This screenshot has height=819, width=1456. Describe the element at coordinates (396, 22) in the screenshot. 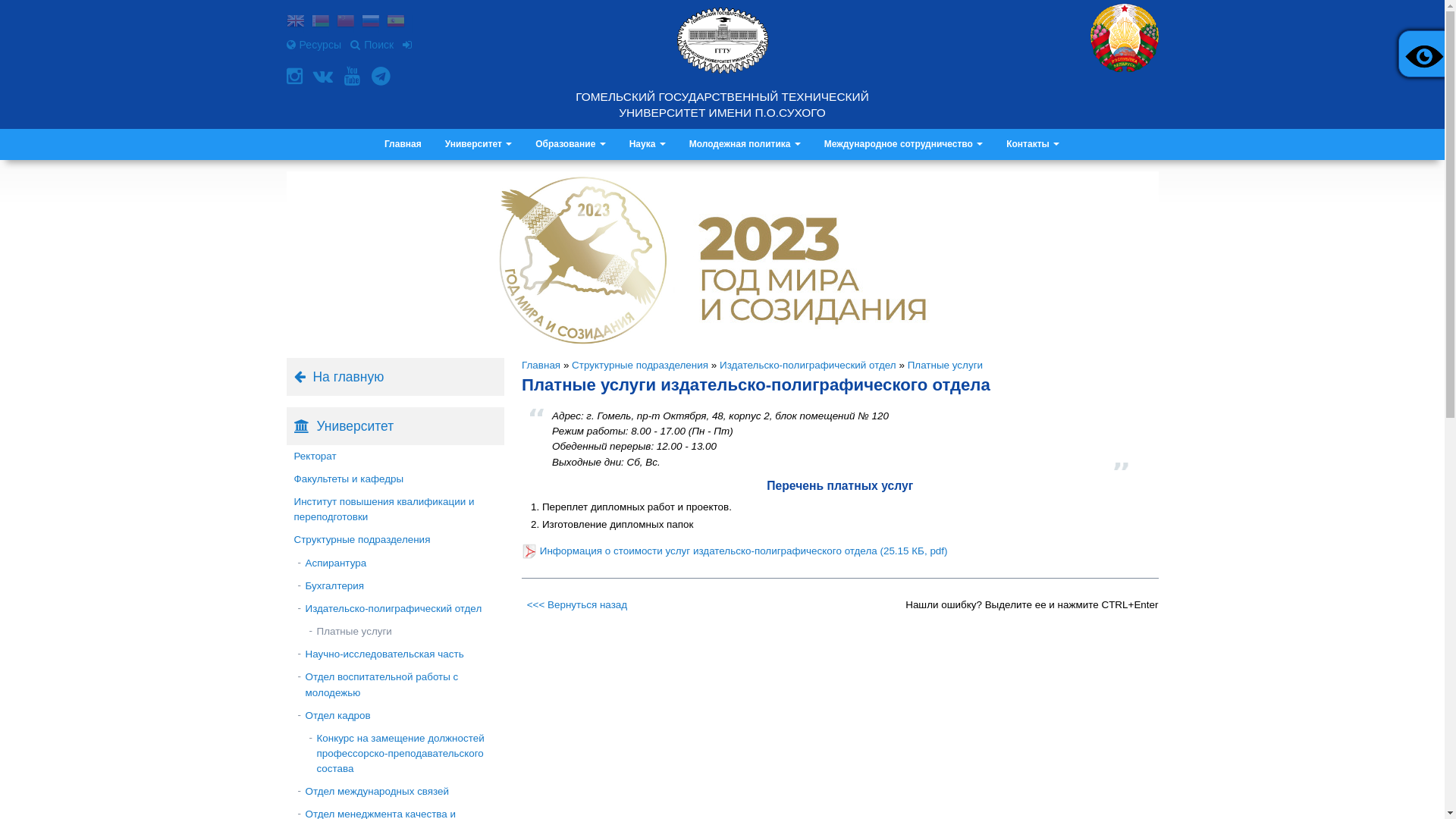

I see `'Spanish'` at that location.